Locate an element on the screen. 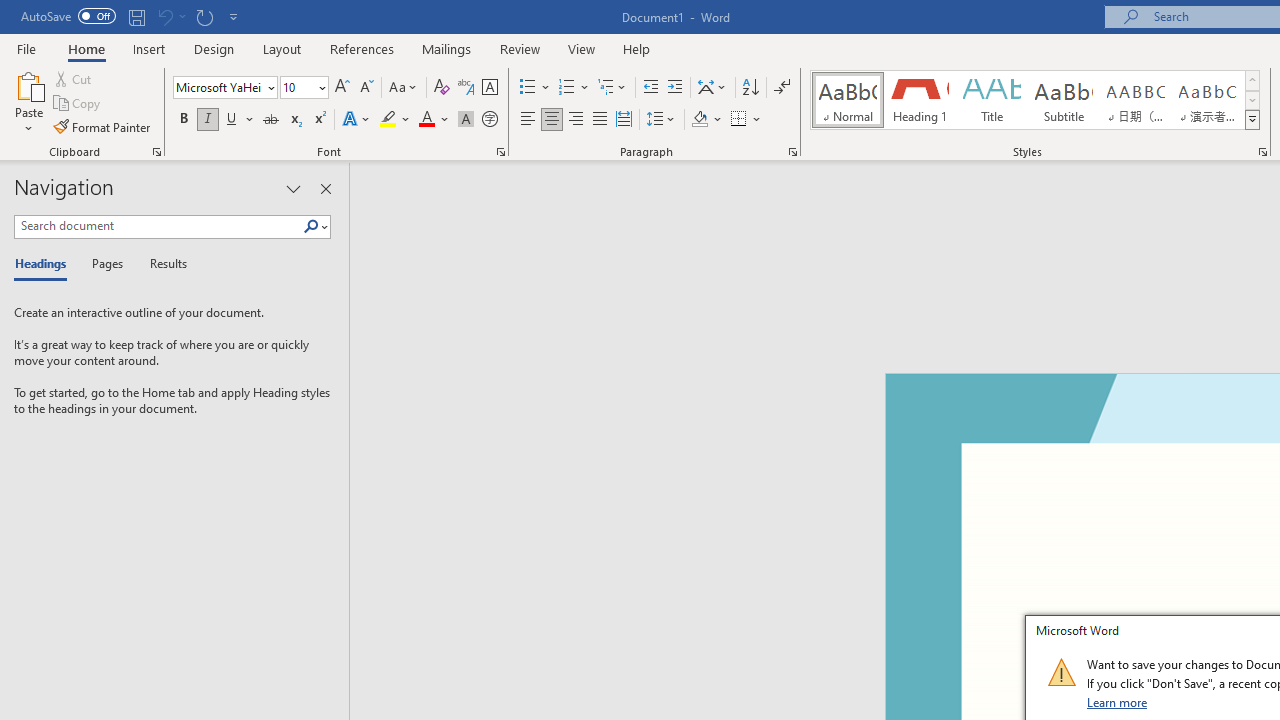  'Phonetic Guide...' is located at coordinates (464, 86).